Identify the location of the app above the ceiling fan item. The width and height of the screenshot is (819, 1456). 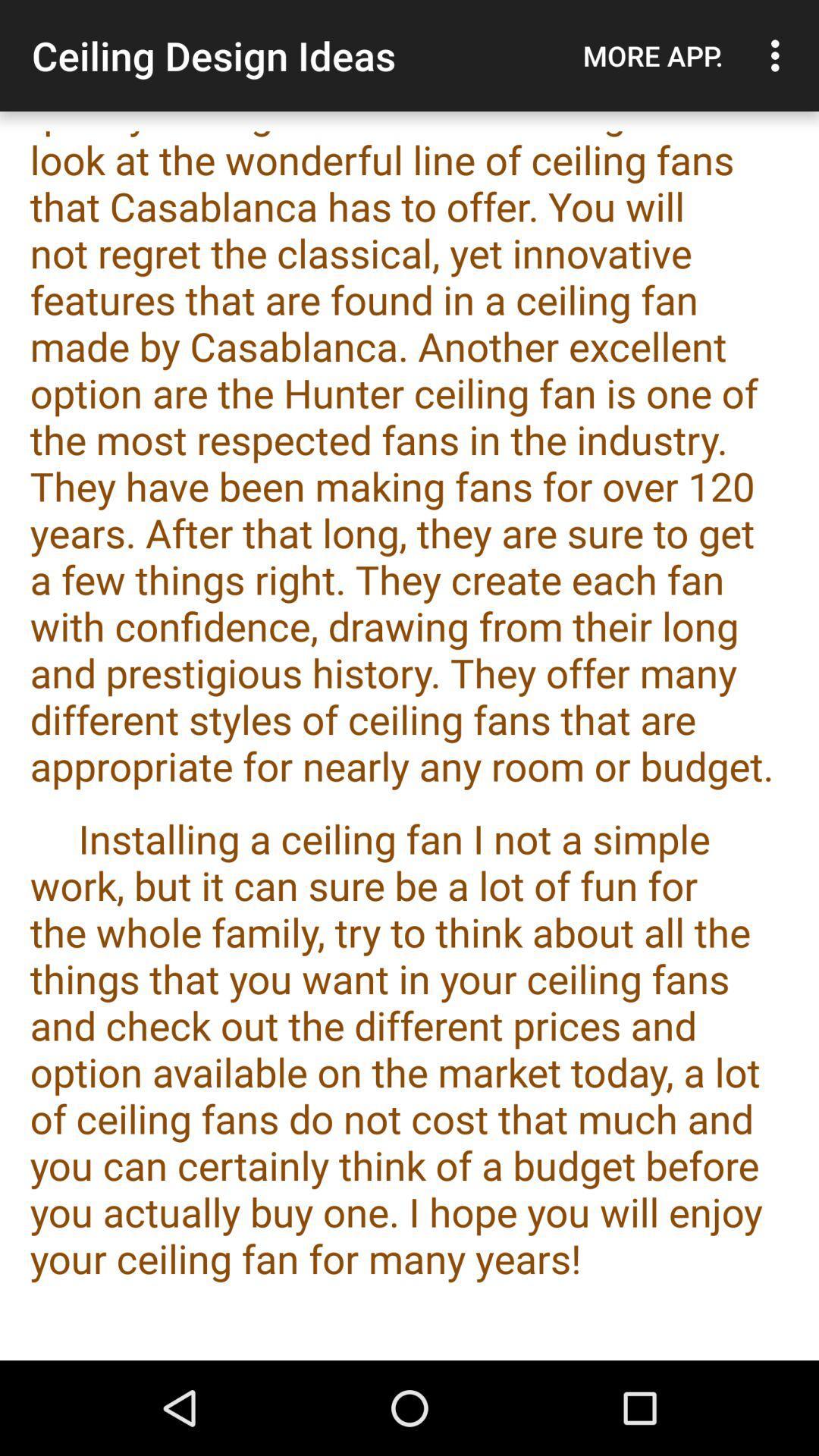
(652, 55).